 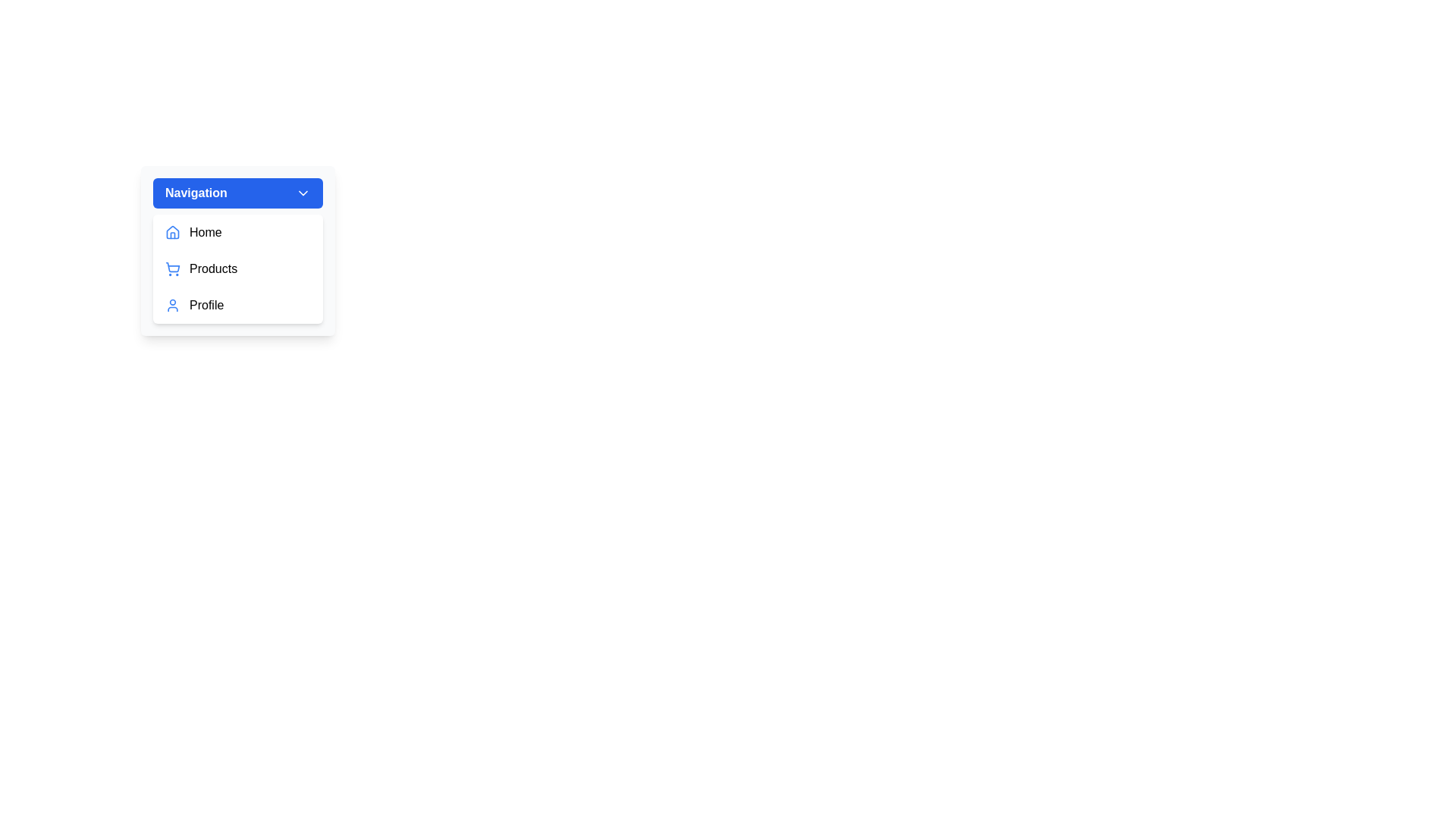 I want to click on the menu item Products, so click(x=237, y=268).